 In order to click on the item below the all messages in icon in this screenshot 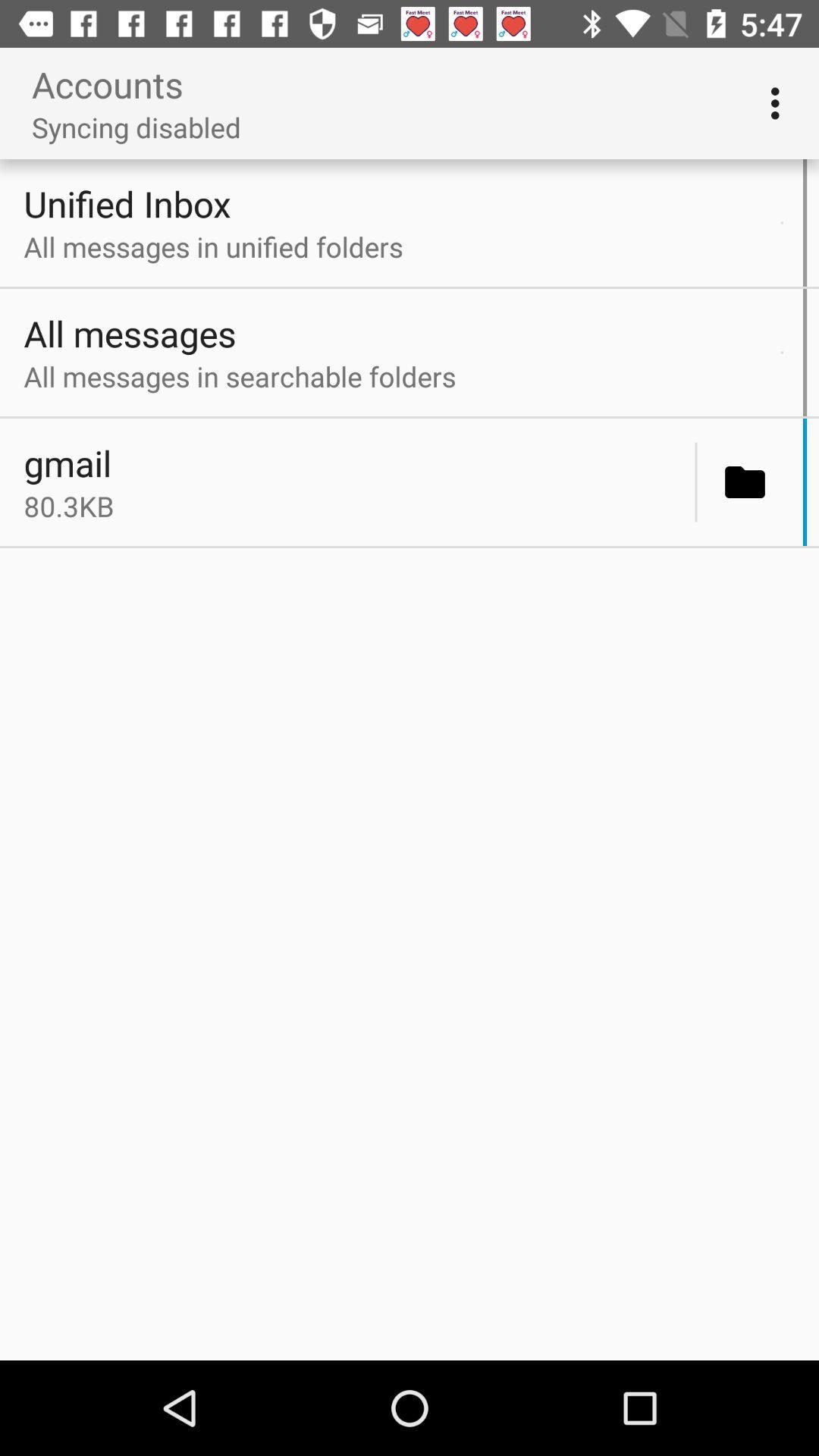, I will do `click(782, 352)`.